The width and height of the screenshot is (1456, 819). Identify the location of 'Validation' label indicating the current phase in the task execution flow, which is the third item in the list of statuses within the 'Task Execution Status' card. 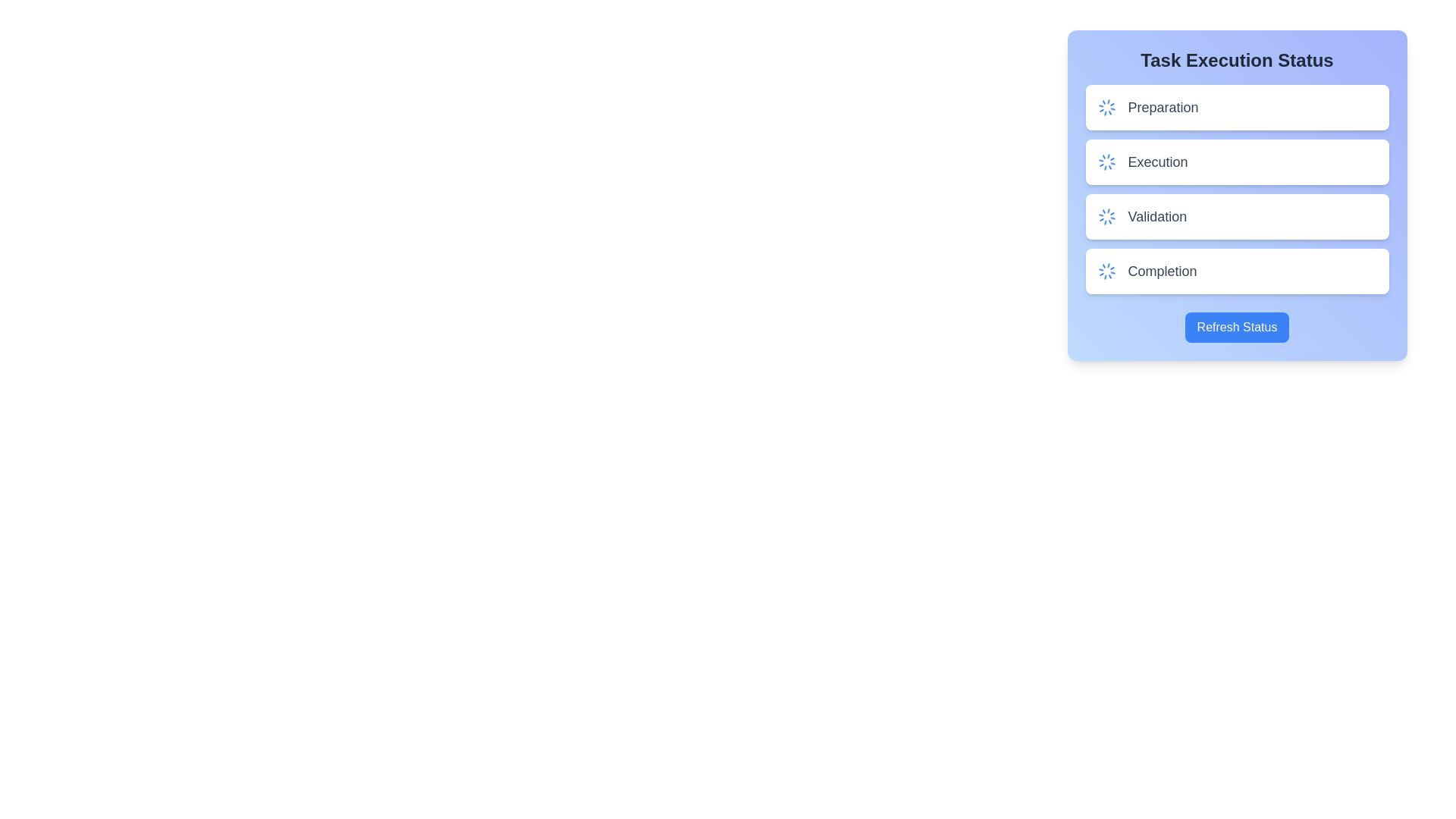
(1156, 216).